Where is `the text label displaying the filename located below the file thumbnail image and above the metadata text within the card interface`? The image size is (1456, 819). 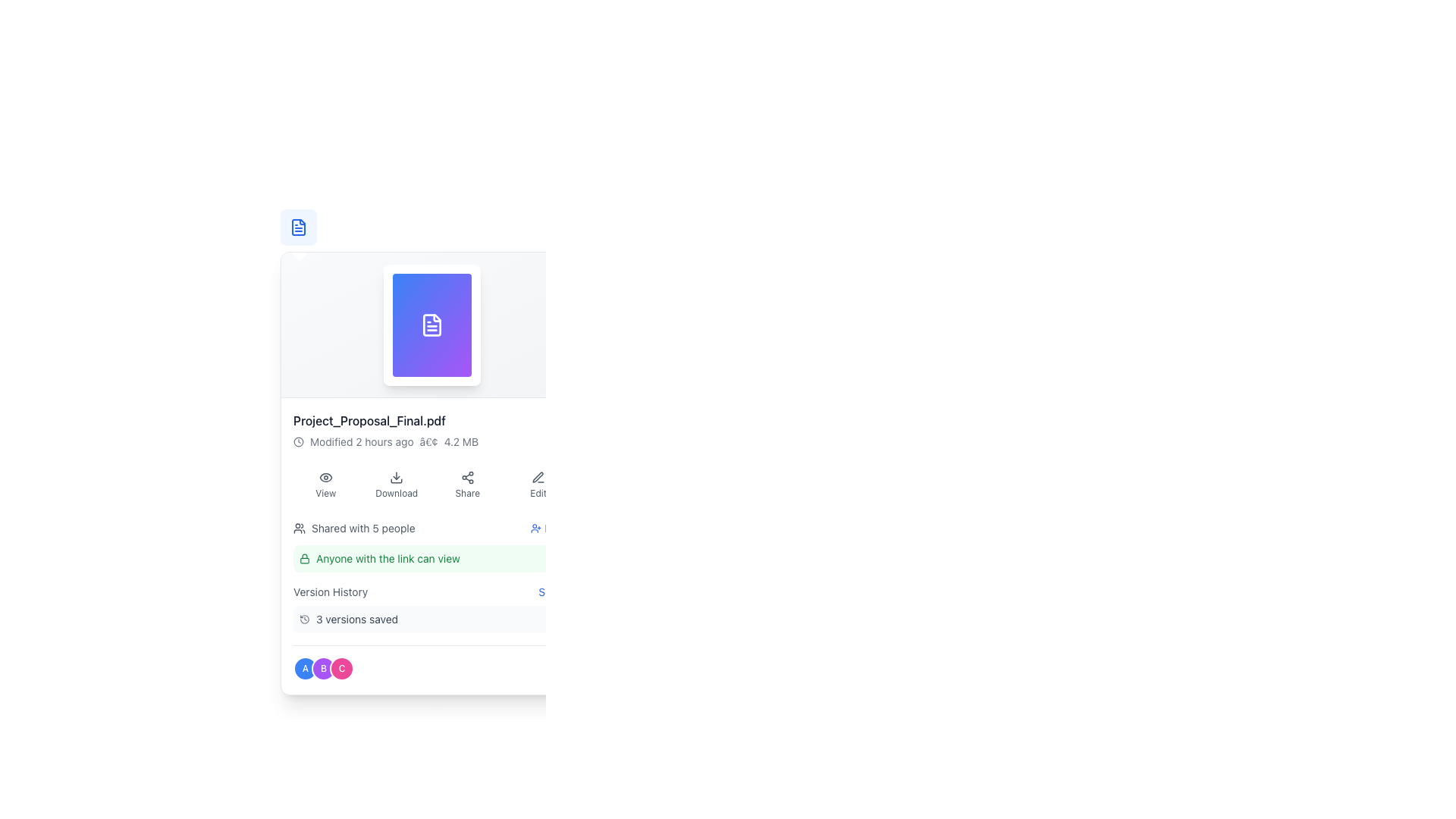
the text label displaying the filename located below the file thumbnail image and above the metadata text within the card interface is located at coordinates (431, 421).